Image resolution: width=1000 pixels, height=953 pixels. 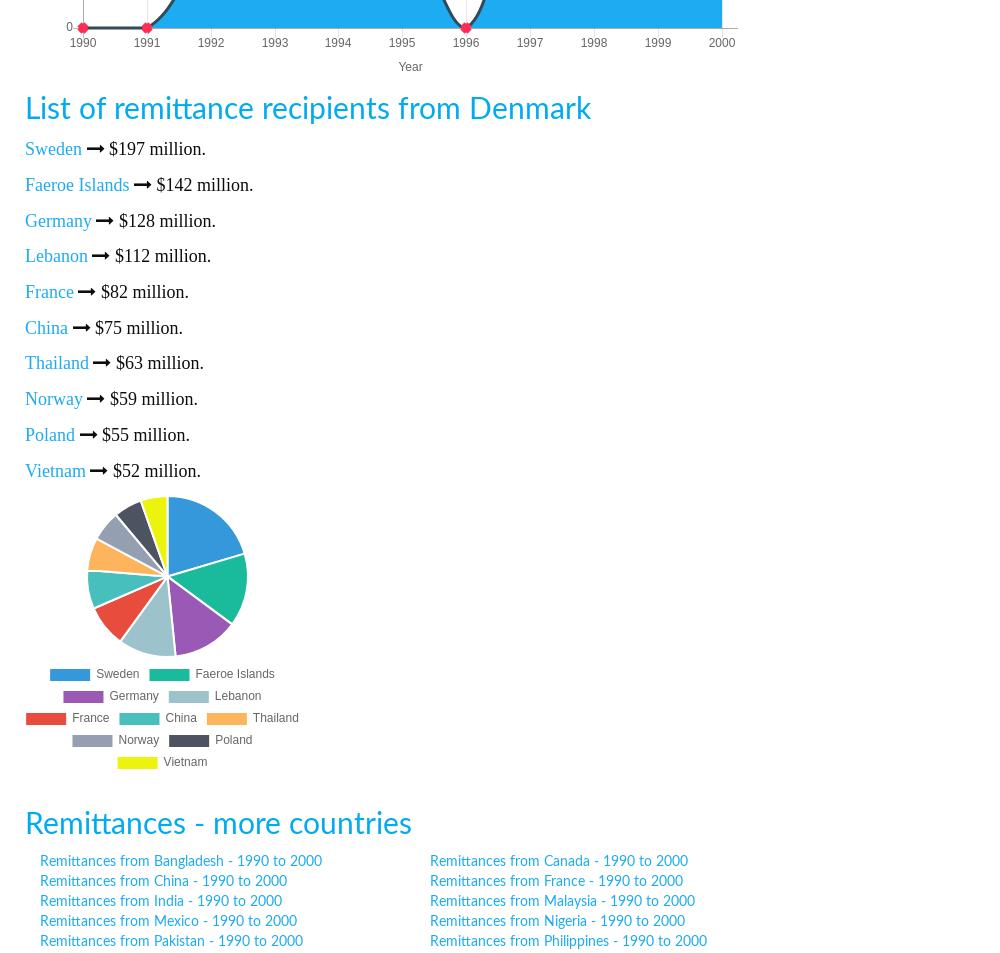 I want to click on '$82 million.', so click(x=142, y=290).